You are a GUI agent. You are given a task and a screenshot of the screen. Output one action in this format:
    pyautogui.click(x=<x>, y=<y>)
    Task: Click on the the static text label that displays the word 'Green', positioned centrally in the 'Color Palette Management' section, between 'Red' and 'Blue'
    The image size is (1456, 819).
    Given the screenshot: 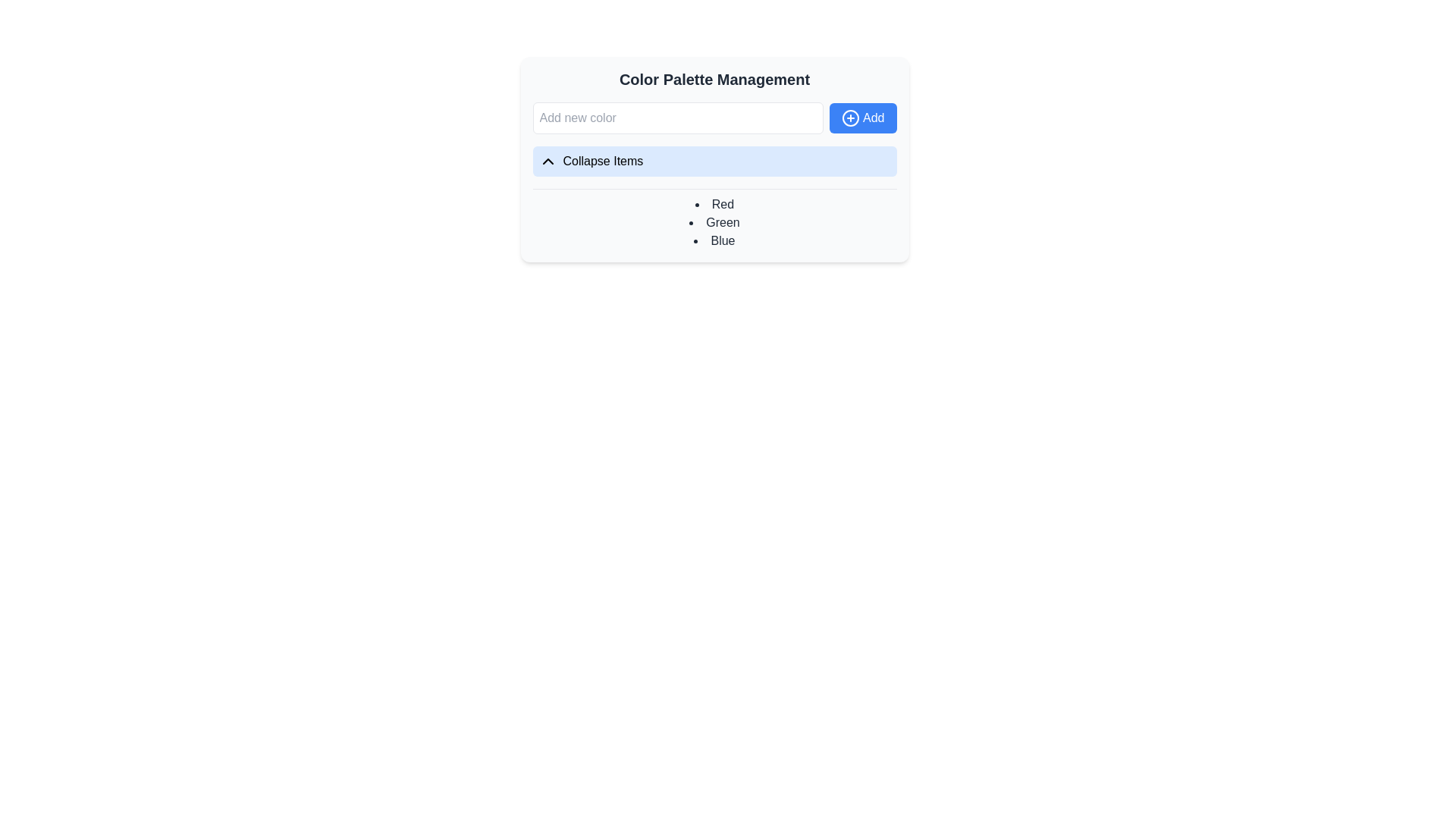 What is the action you would take?
    pyautogui.click(x=714, y=222)
    